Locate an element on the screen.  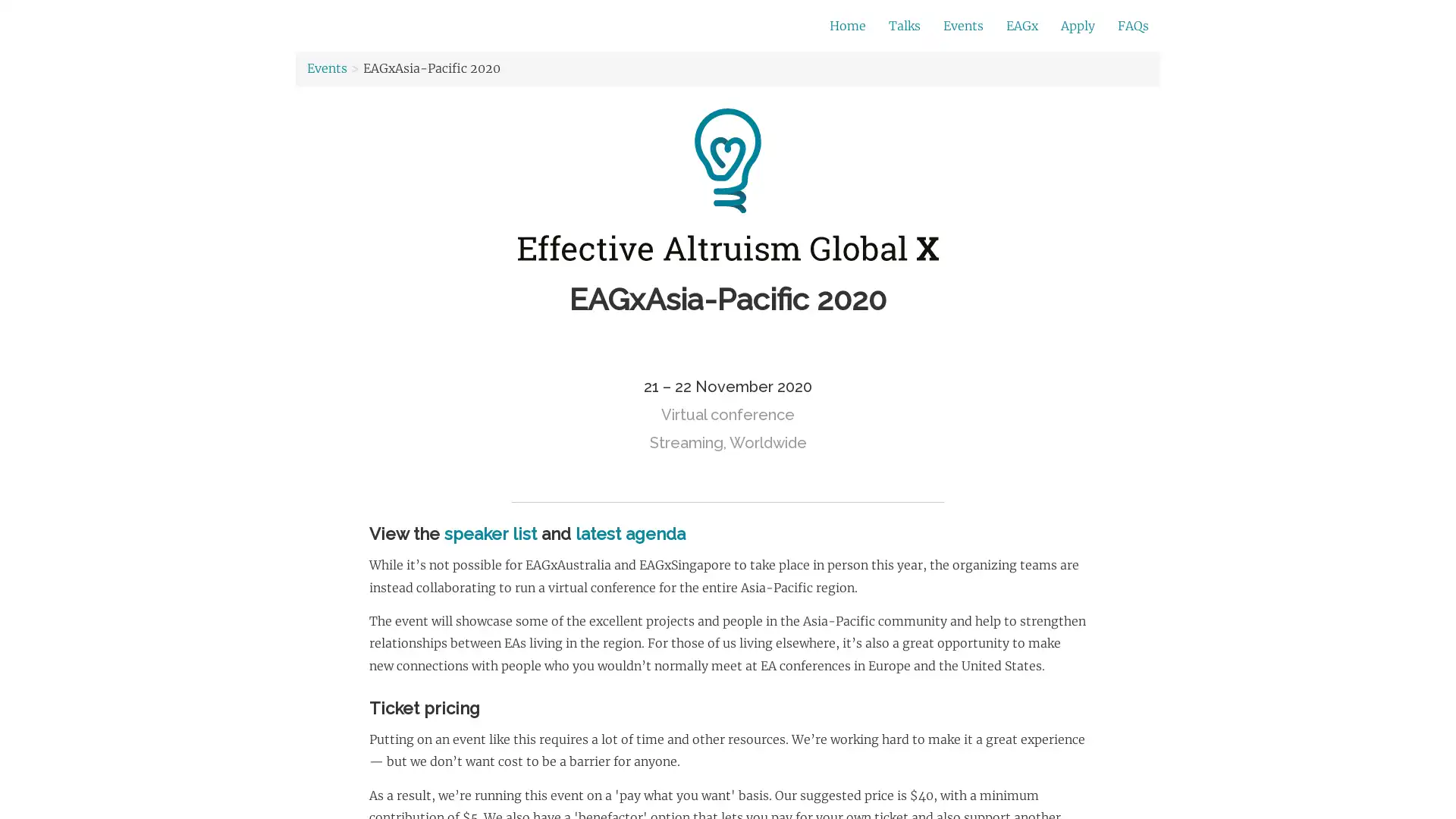
Join 50,000+ effective altruists and get the monthly EA newsletter is located at coordinates (618, 26).